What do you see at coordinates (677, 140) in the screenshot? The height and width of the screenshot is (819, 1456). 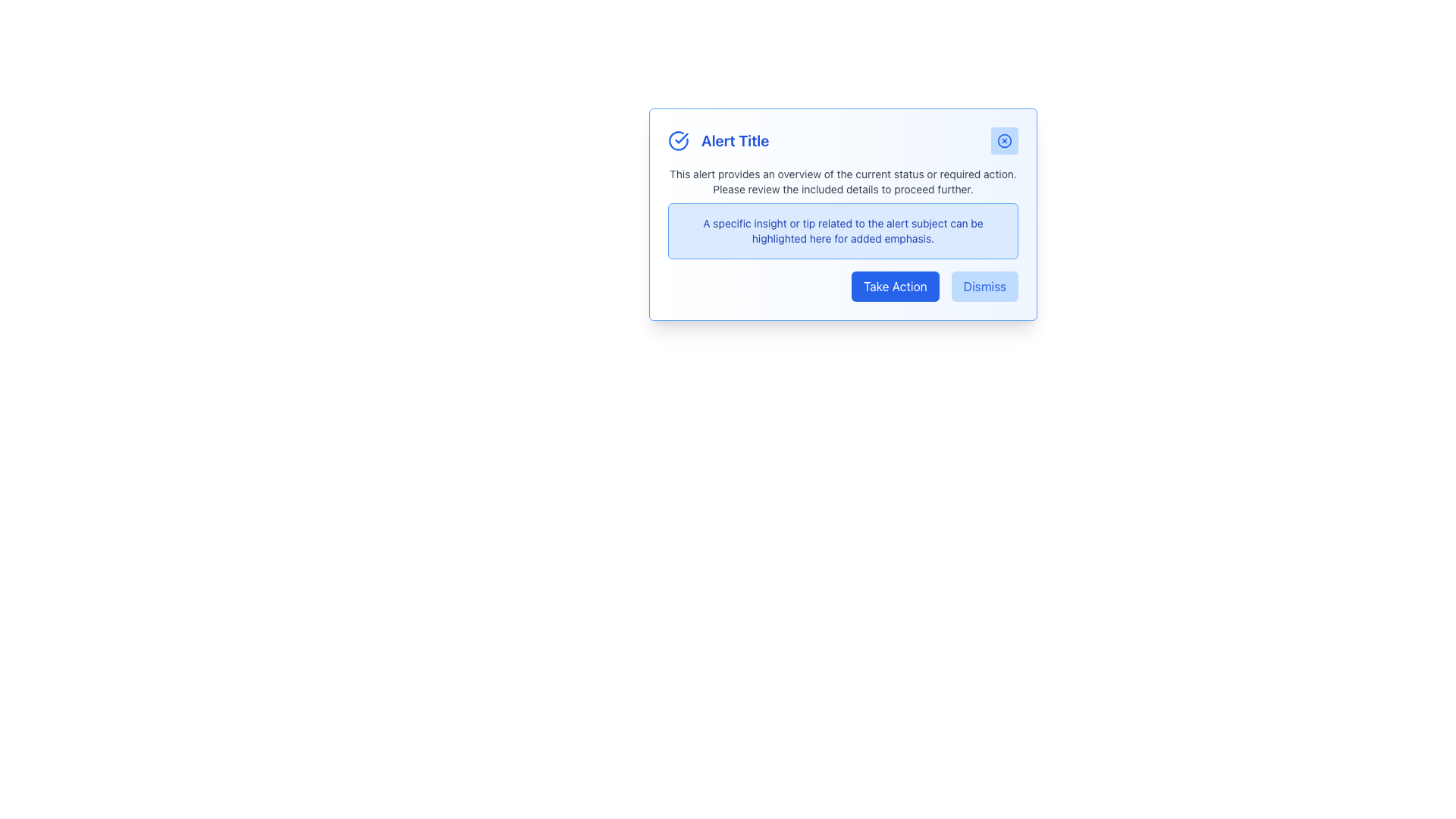 I see `the success icon located to the left of the 'Alert Title' text in the alert box's title section to associate its visual information with the alert context` at bounding box center [677, 140].